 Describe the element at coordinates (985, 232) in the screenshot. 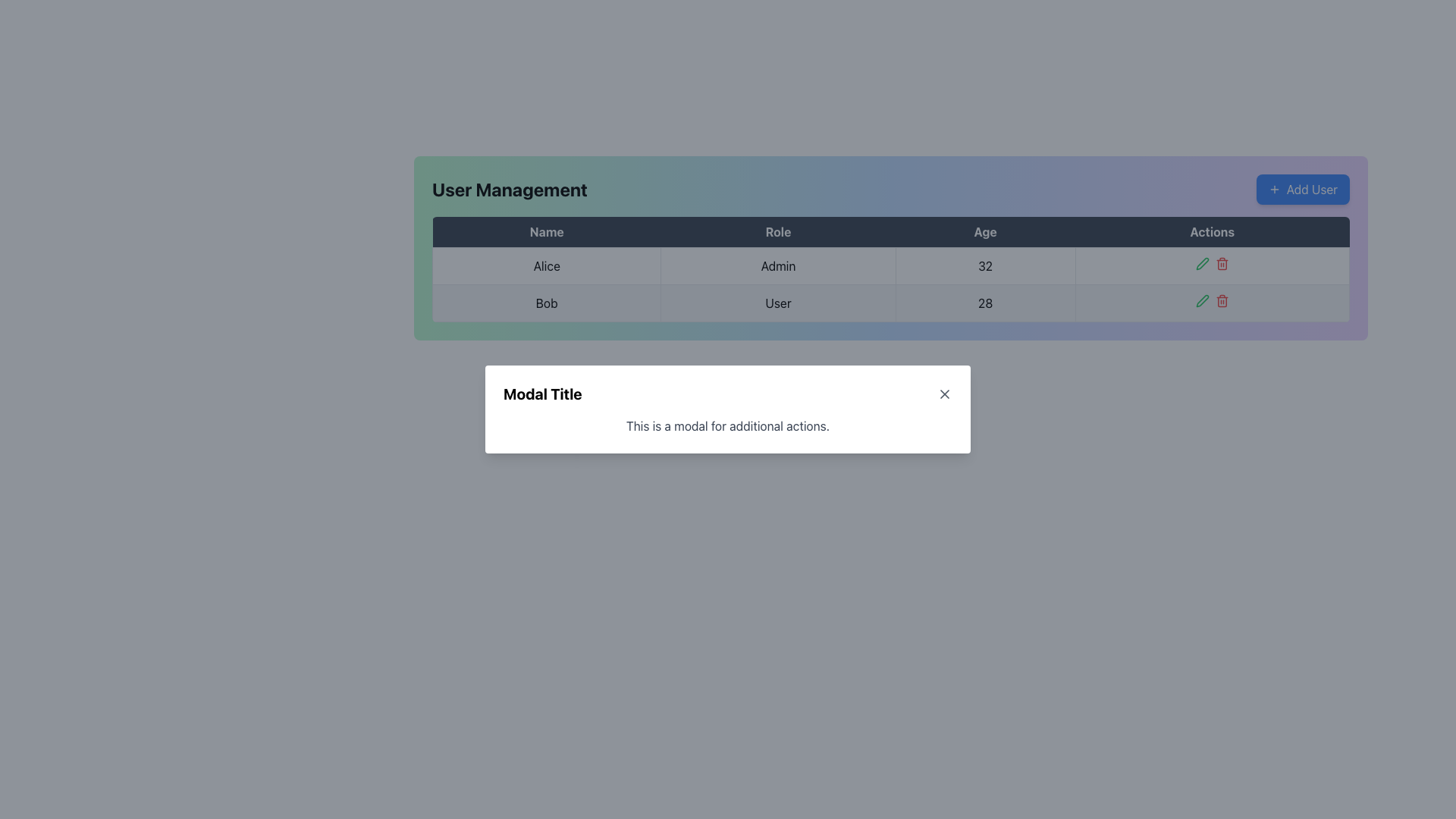

I see `the 'Age' column header text label, which is the third label in the header row between 'Role' and 'Actions'` at that location.